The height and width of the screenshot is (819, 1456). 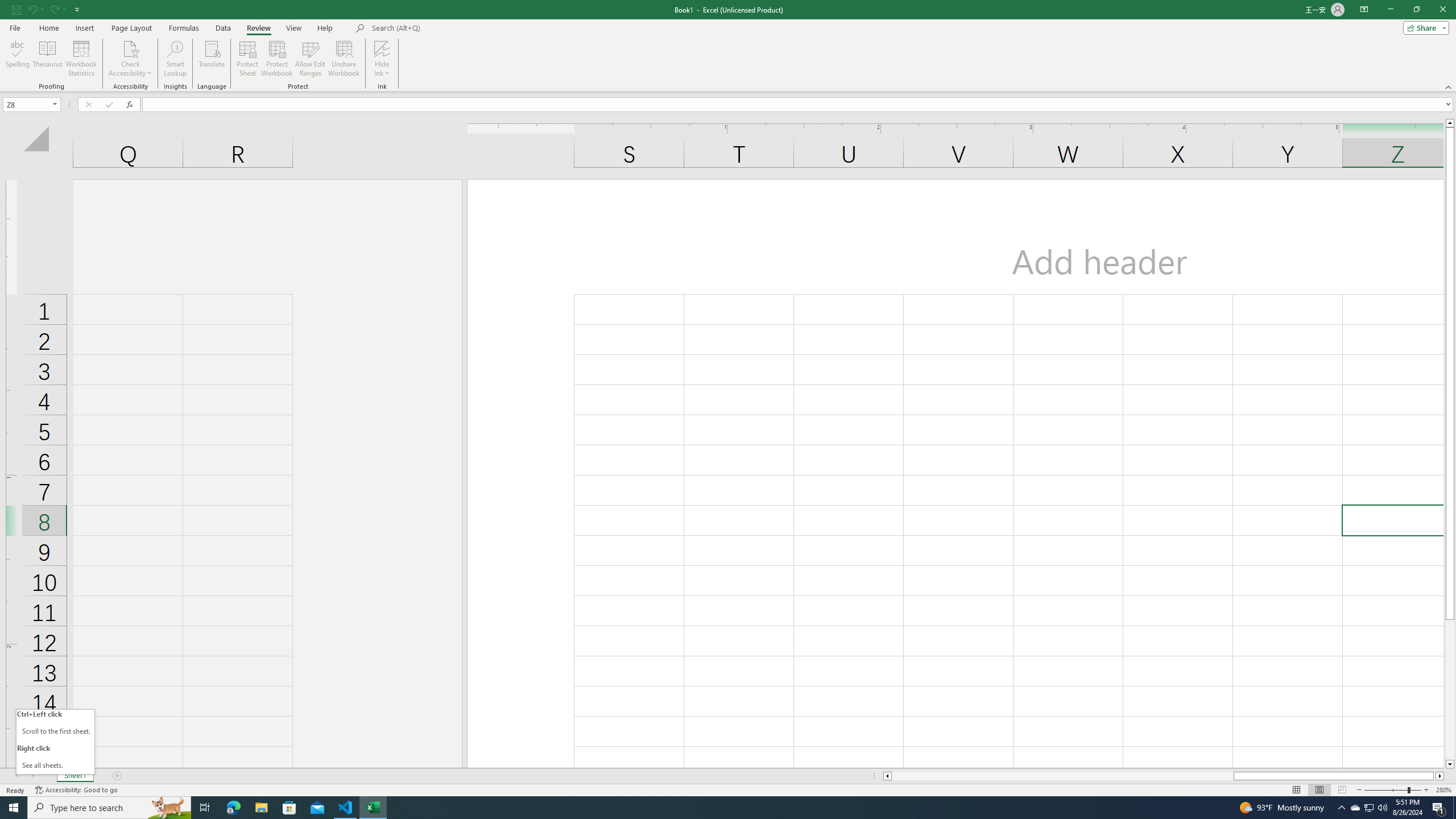 What do you see at coordinates (248, 59) in the screenshot?
I see `'Protect Sheet...'` at bounding box center [248, 59].